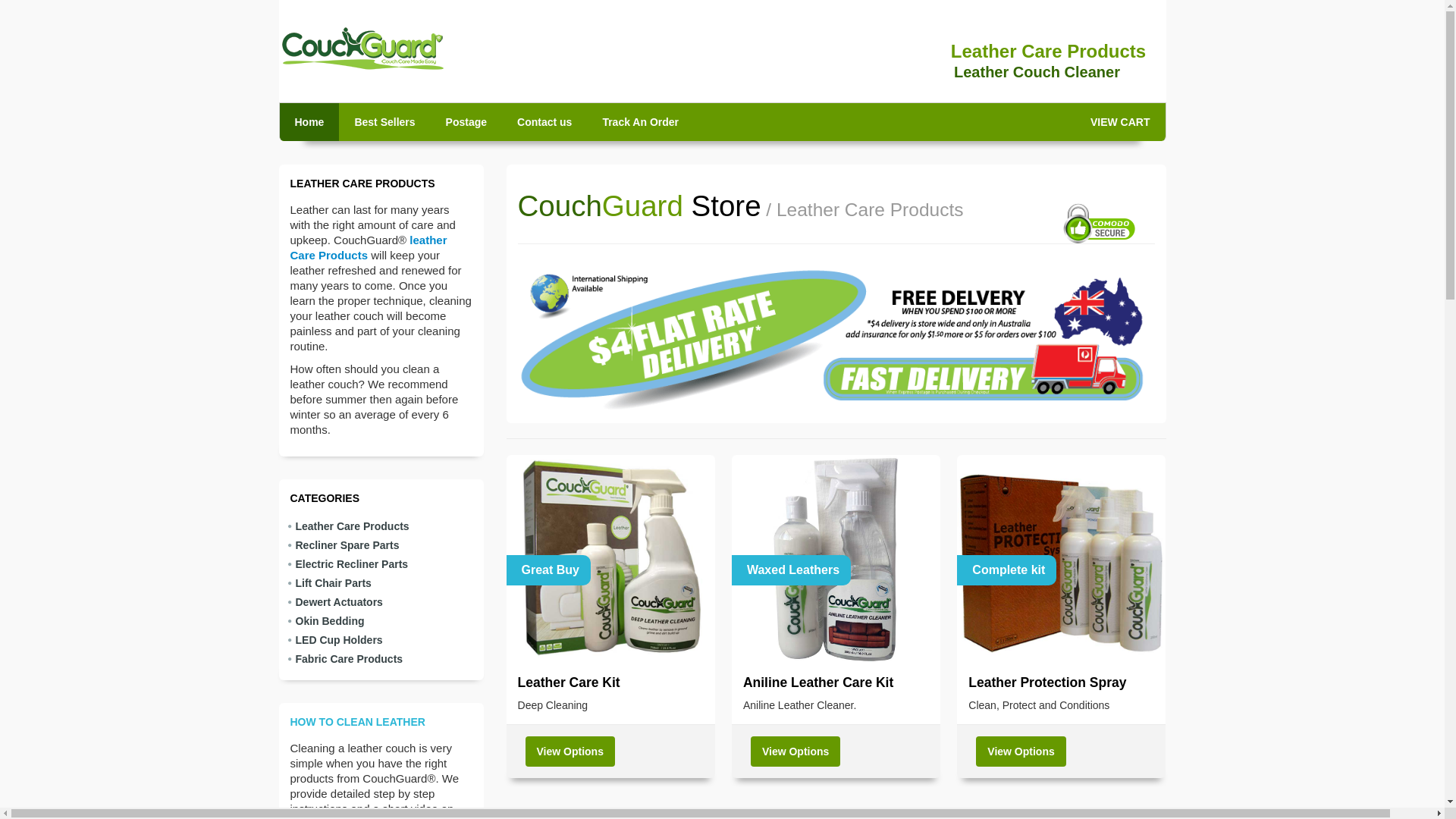 The height and width of the screenshot is (819, 1456). Describe the element at coordinates (384, 121) in the screenshot. I see `'Best Sellers'` at that location.